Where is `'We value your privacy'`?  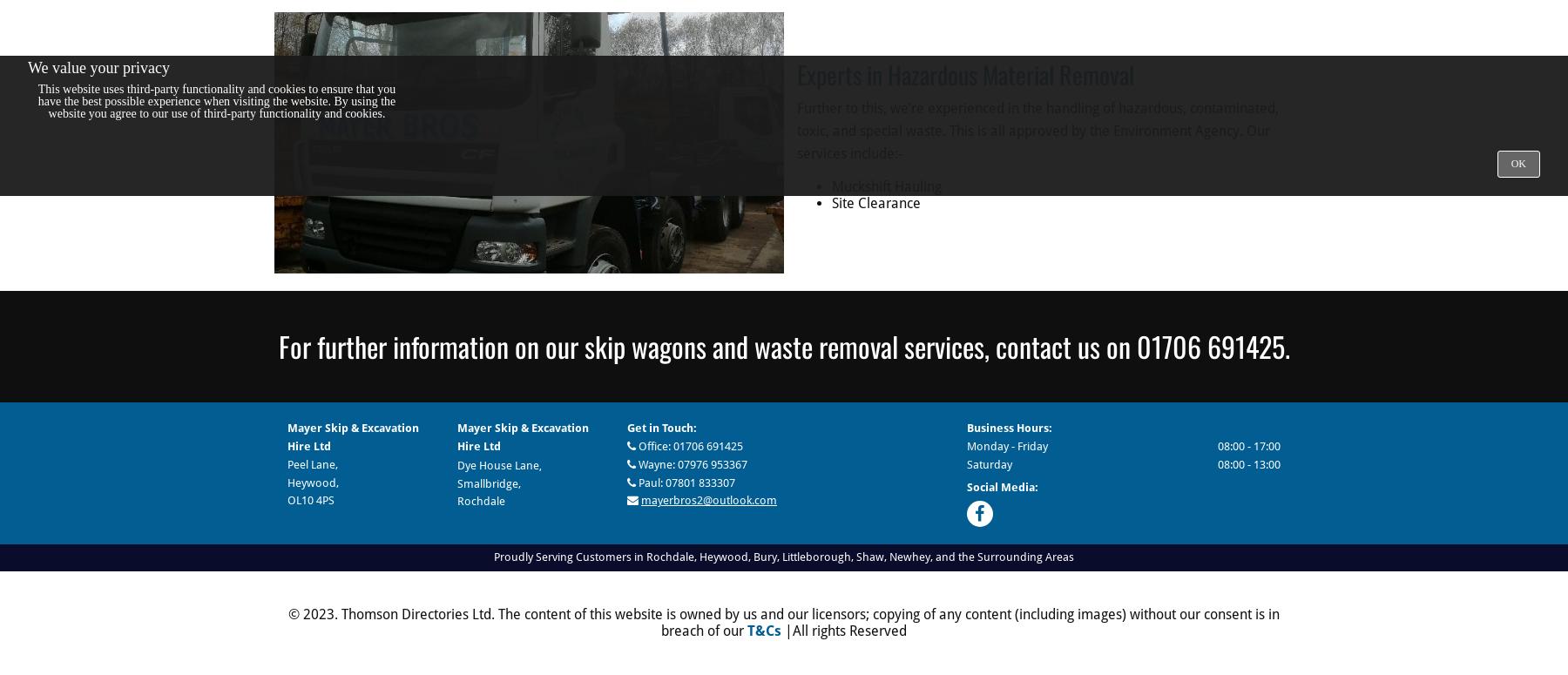 'We value your privacy' is located at coordinates (98, 66).